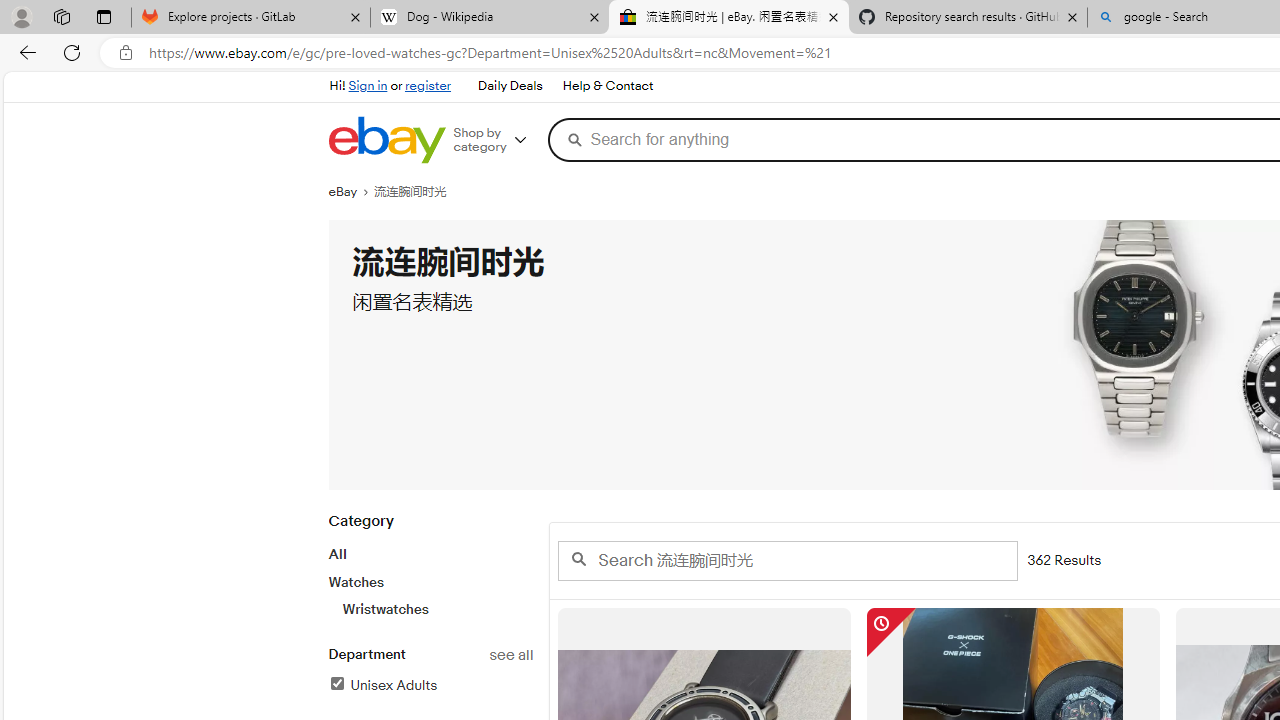 The height and width of the screenshot is (720, 1280). I want to click on 'CategoryAllWatchesWristwatches', so click(429, 576).